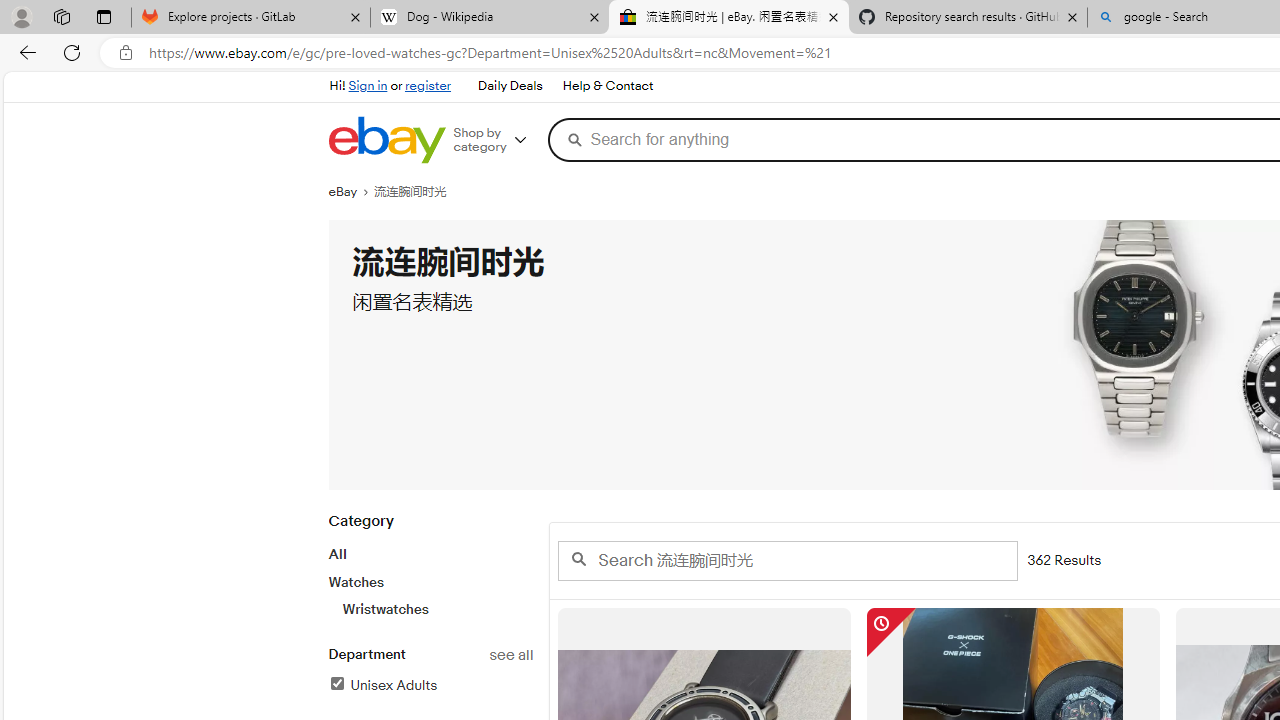 The height and width of the screenshot is (720, 1280). I want to click on 'CategoryAllWatchesWristwatches', so click(429, 576).